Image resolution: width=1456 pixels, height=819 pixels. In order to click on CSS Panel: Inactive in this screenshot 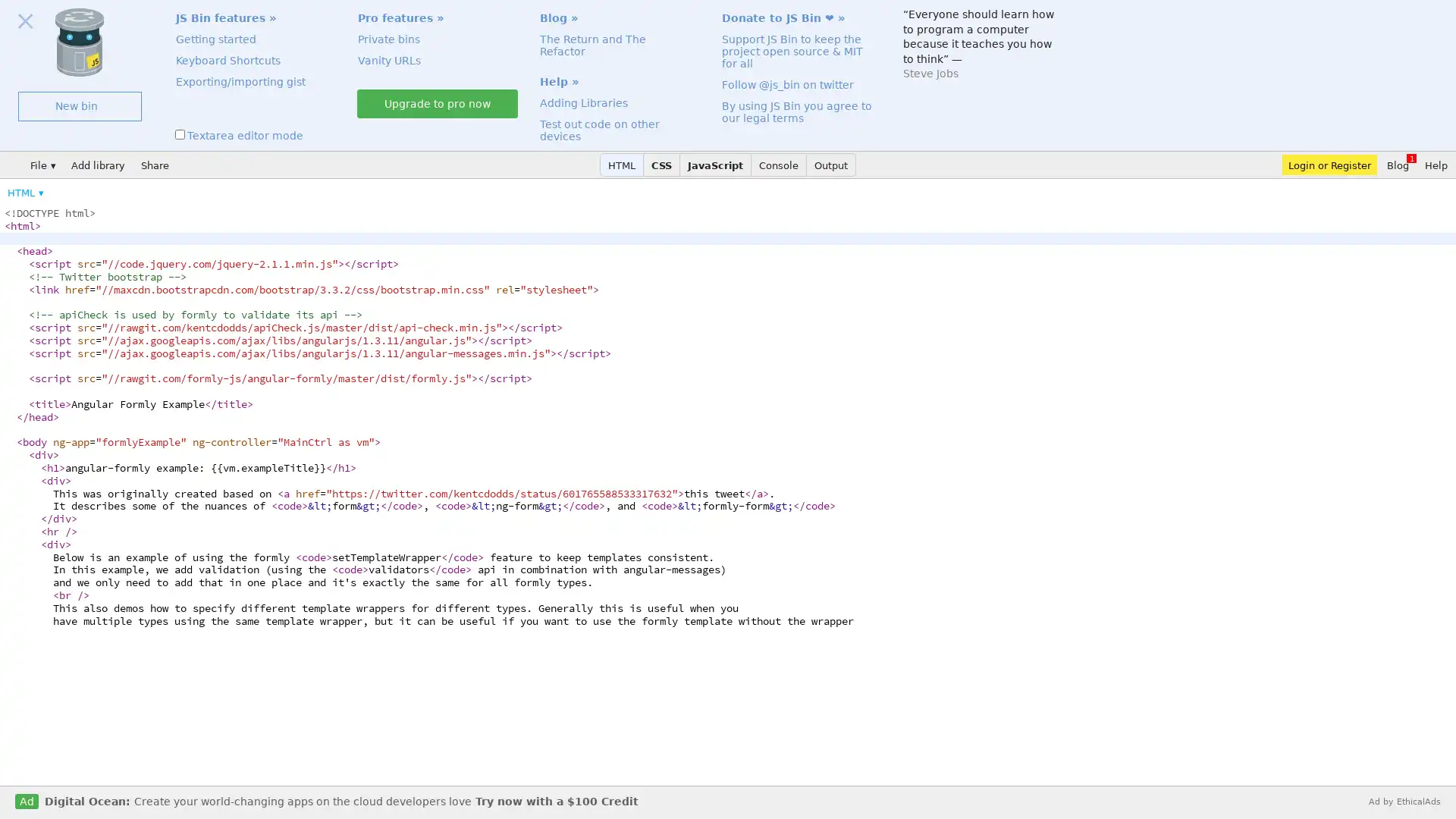, I will do `click(662, 165)`.